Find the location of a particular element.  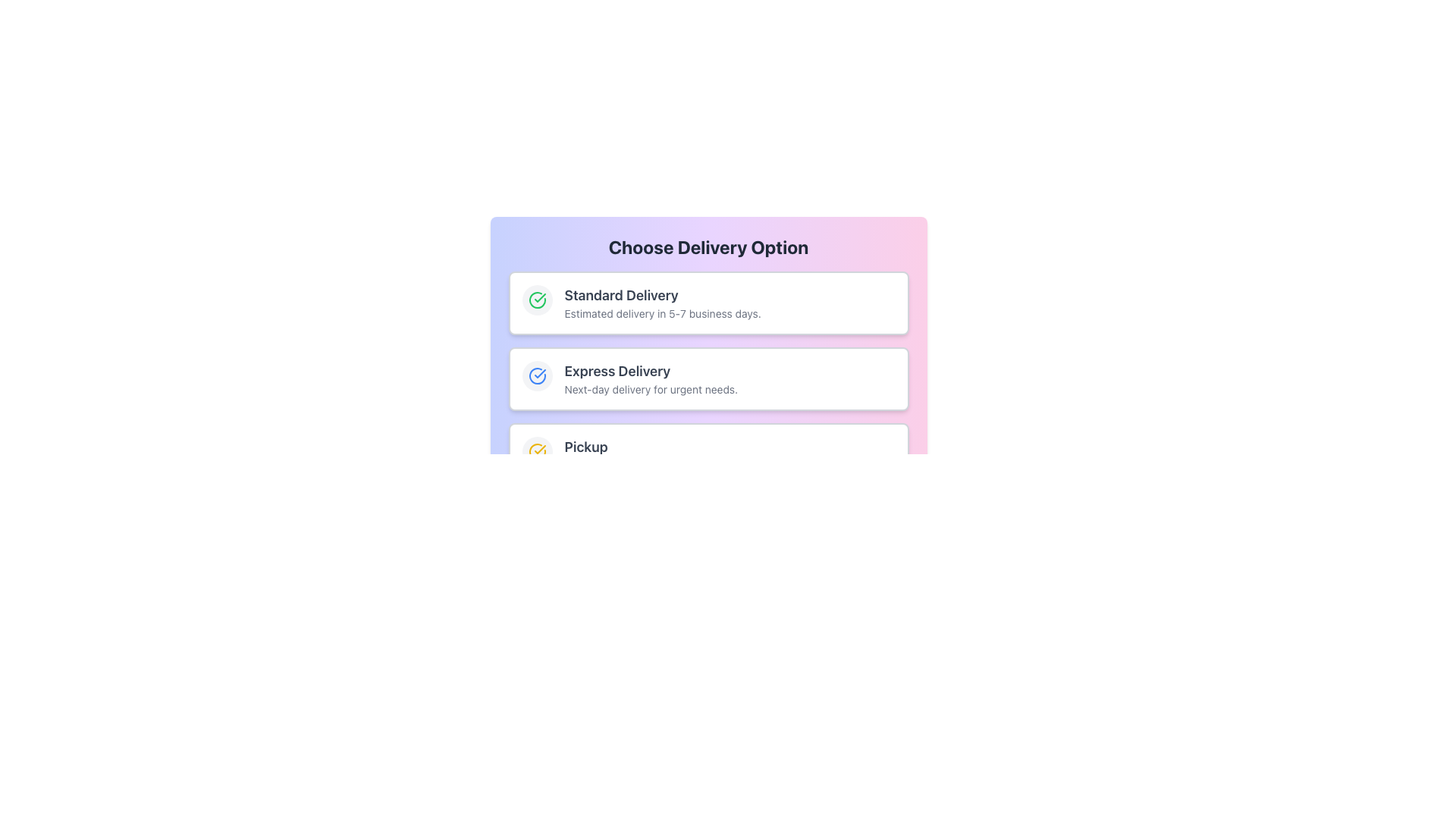

the text line displaying 'Estimated delivery in 5-7 business days', which is located directly beneath the title 'Standard Delivery' in the delivery option selection interface is located at coordinates (730, 312).